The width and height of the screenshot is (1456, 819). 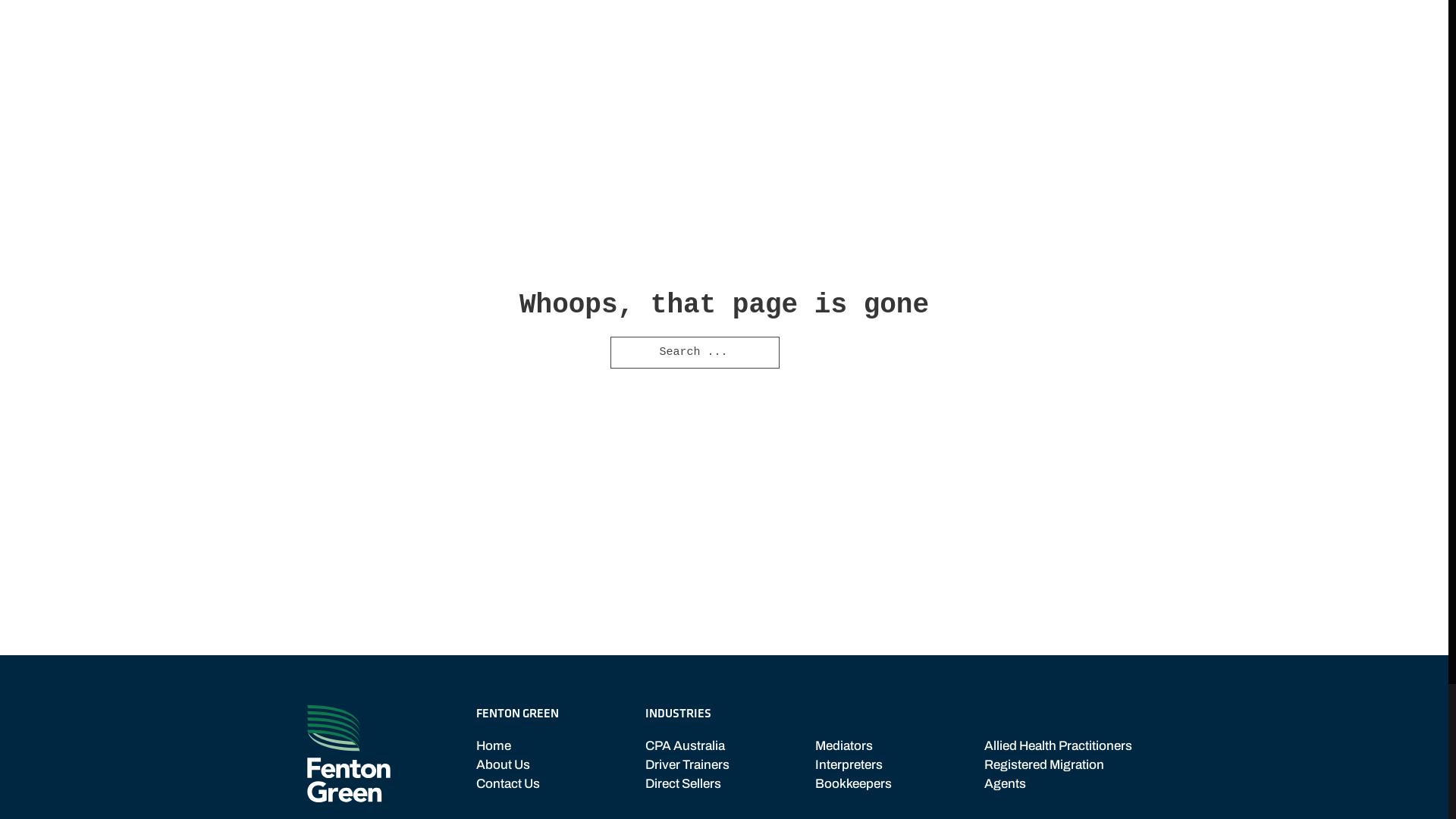 I want to click on 'HOME', so click(x=769, y=30).